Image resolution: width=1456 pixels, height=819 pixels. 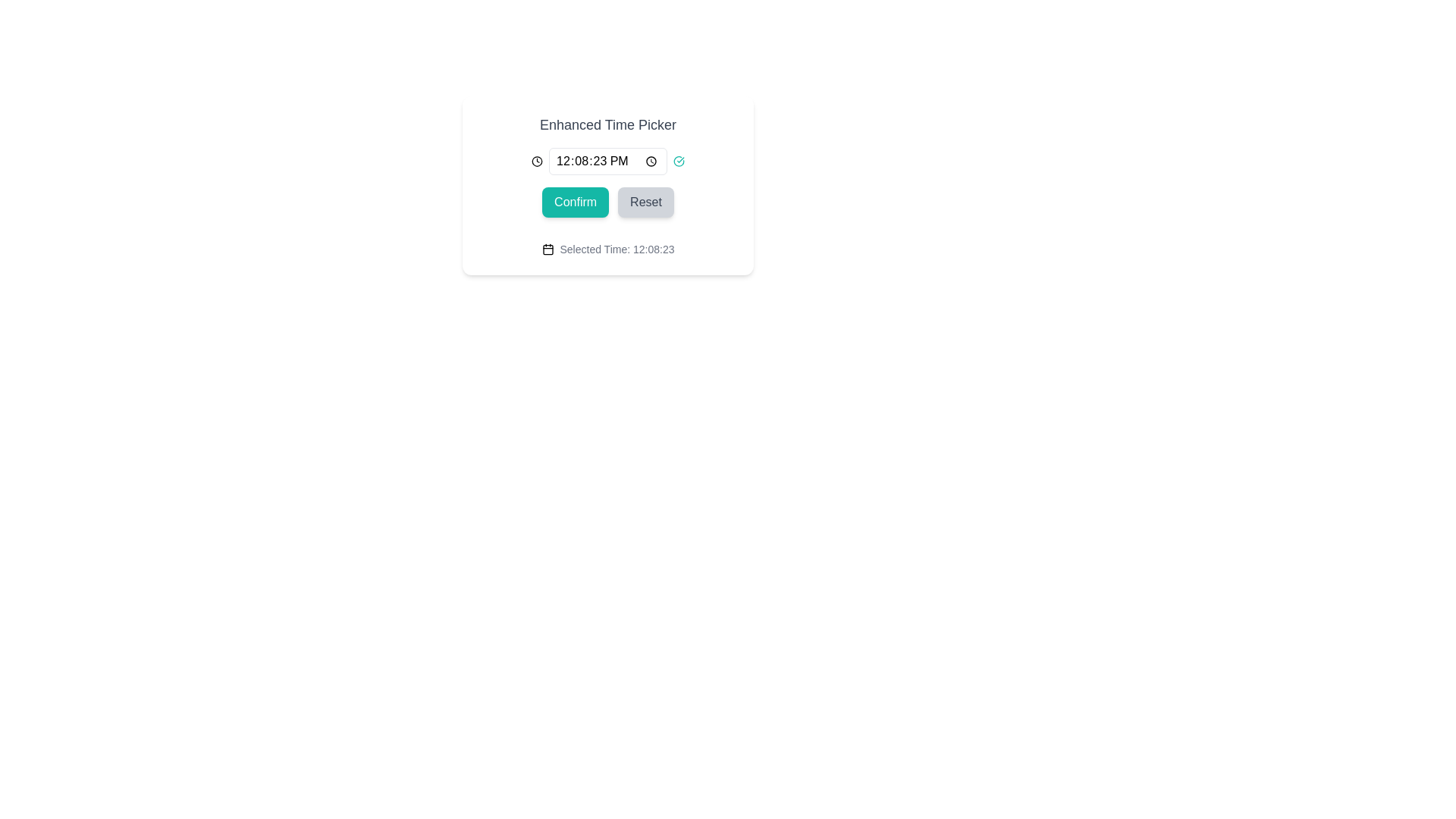 What do you see at coordinates (607, 161) in the screenshot?
I see `the time value displayed as '12:08:23 PM' in the Time Picker Group` at bounding box center [607, 161].